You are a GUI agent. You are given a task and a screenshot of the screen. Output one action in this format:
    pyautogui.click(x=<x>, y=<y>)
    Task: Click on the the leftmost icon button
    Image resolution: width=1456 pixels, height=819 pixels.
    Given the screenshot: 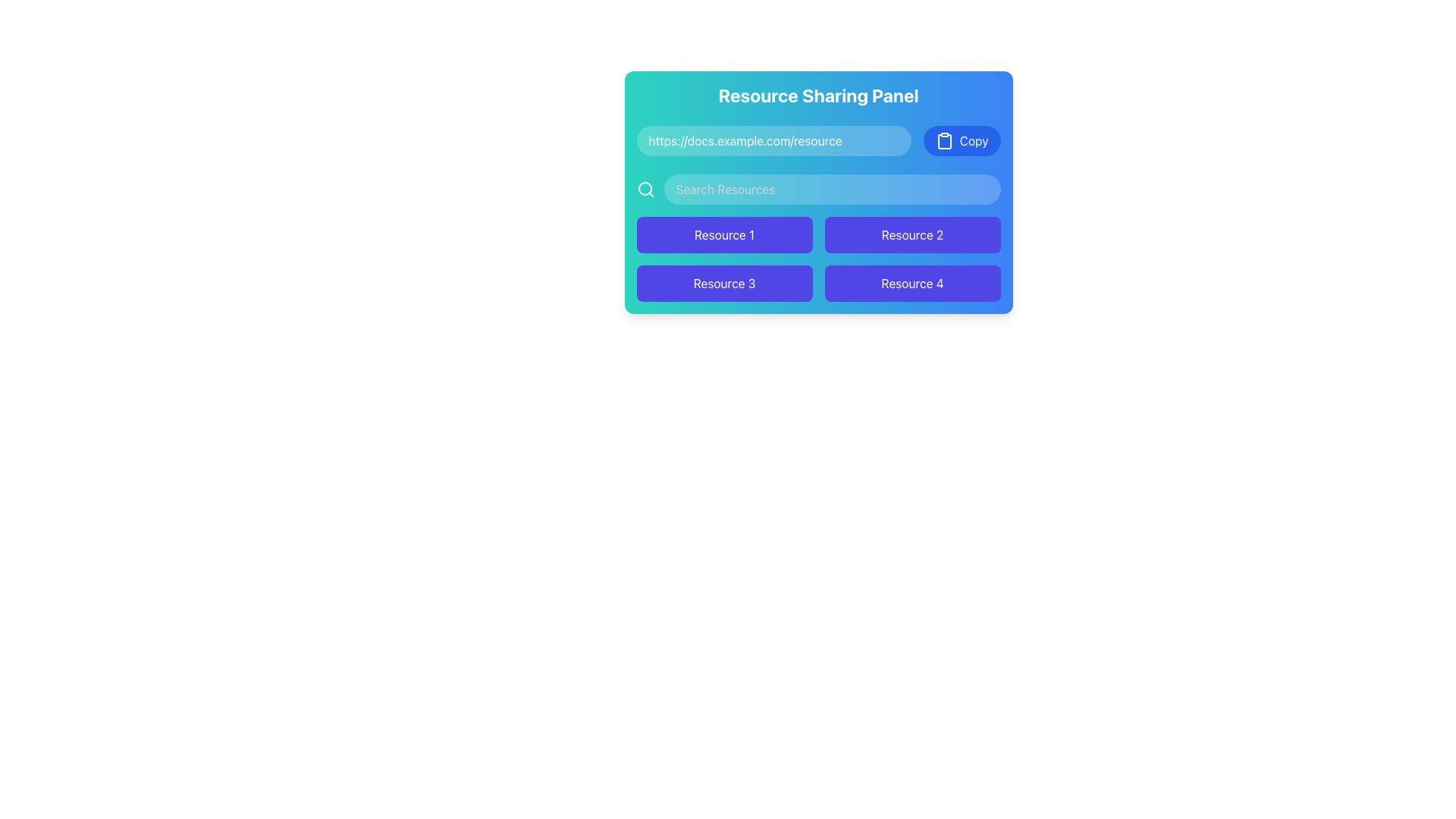 What is the action you would take?
    pyautogui.click(x=645, y=189)
    